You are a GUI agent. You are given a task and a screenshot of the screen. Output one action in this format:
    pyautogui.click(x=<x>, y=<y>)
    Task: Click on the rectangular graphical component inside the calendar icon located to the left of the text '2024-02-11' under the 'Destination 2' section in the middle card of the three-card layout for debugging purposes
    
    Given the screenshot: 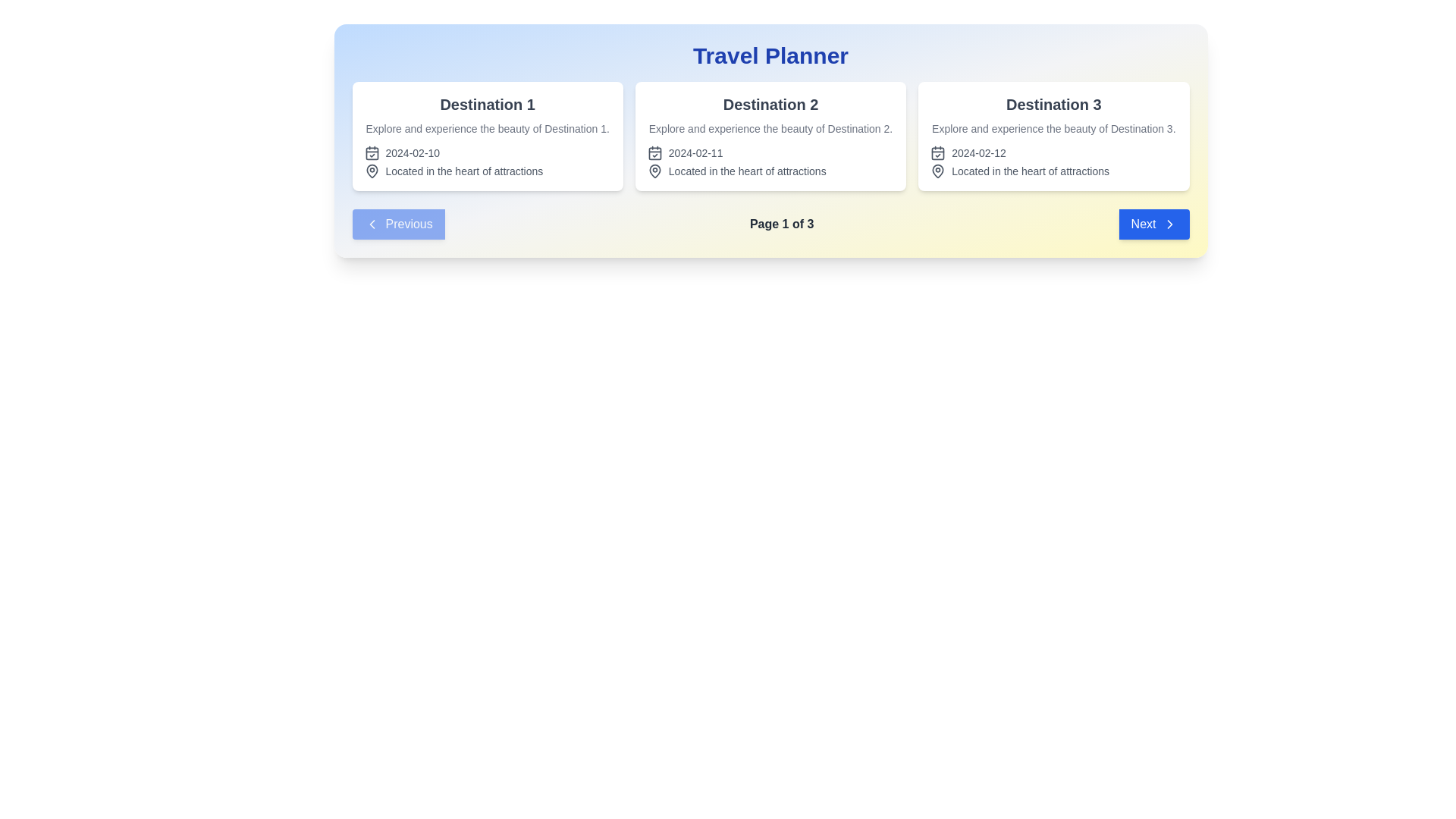 What is the action you would take?
    pyautogui.click(x=654, y=153)
    